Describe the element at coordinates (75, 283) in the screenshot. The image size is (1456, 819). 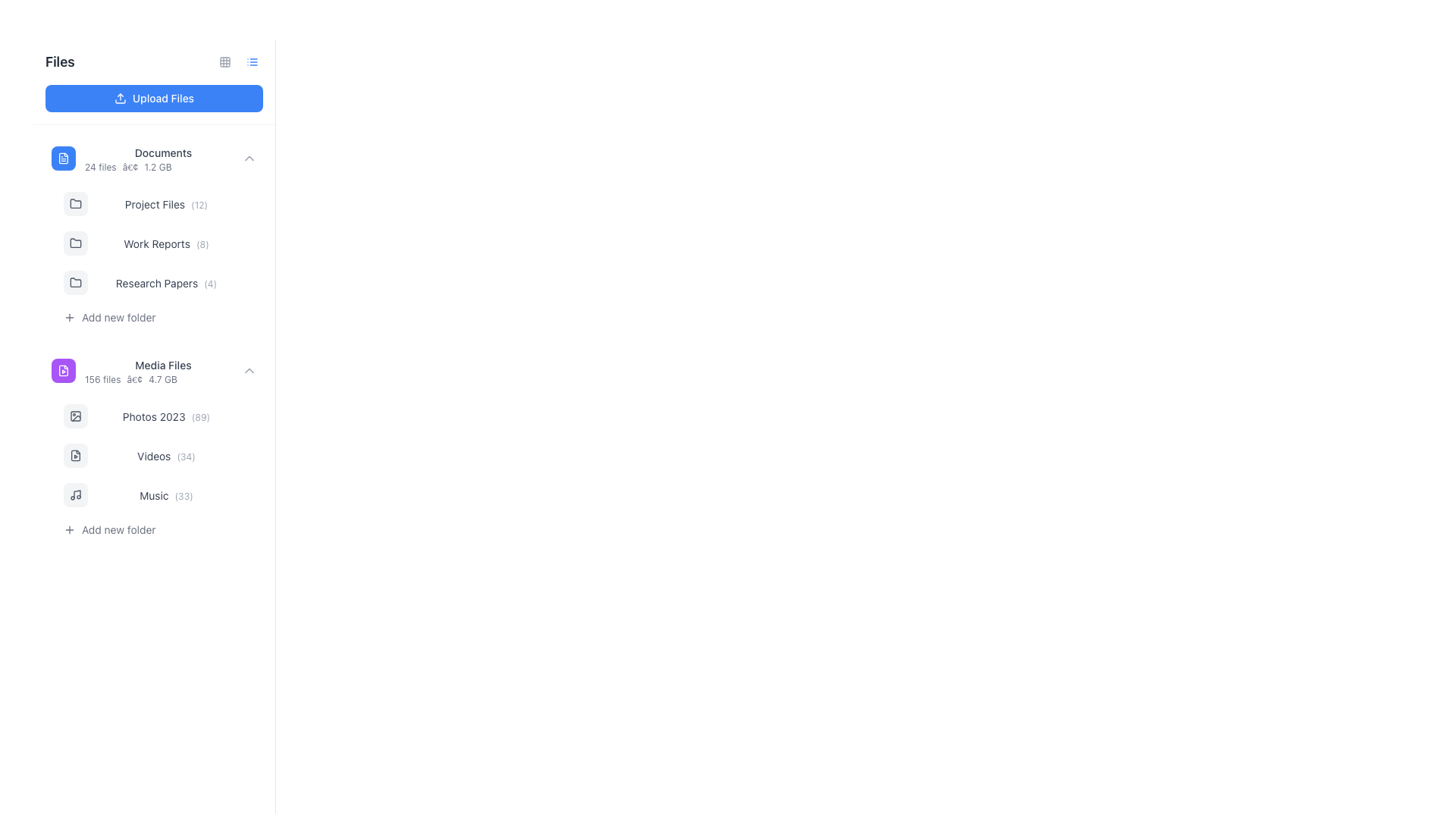
I see `the folder icon with a gray background located in the left-side panel within the 'Research Papers (4)' row, positioned as the first element in this group` at that location.